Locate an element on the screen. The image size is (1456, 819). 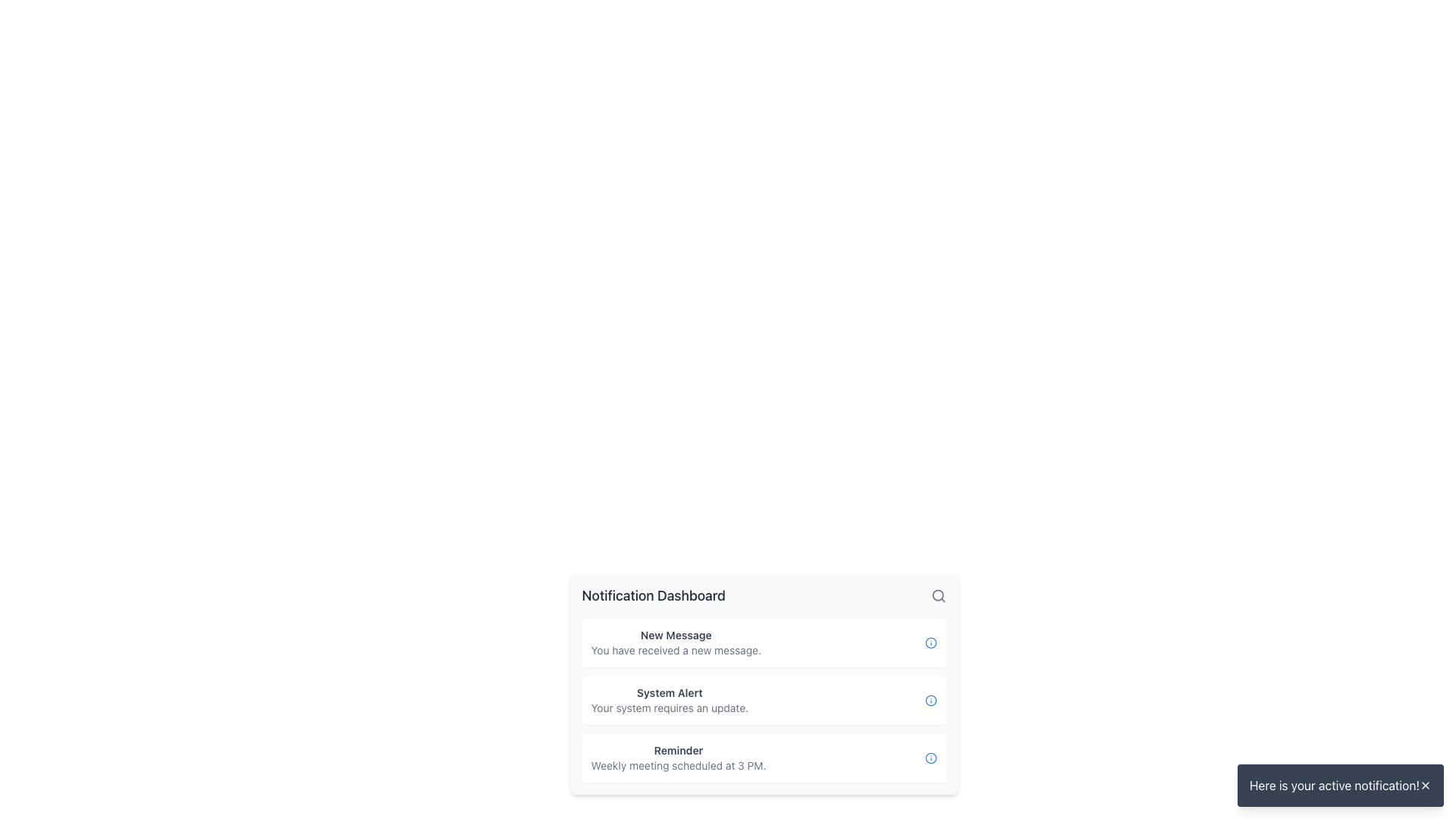
main message content of the Notification Card titled 'New Message' with a white background and rounded corners, located at the top of the notification list is located at coordinates (764, 643).